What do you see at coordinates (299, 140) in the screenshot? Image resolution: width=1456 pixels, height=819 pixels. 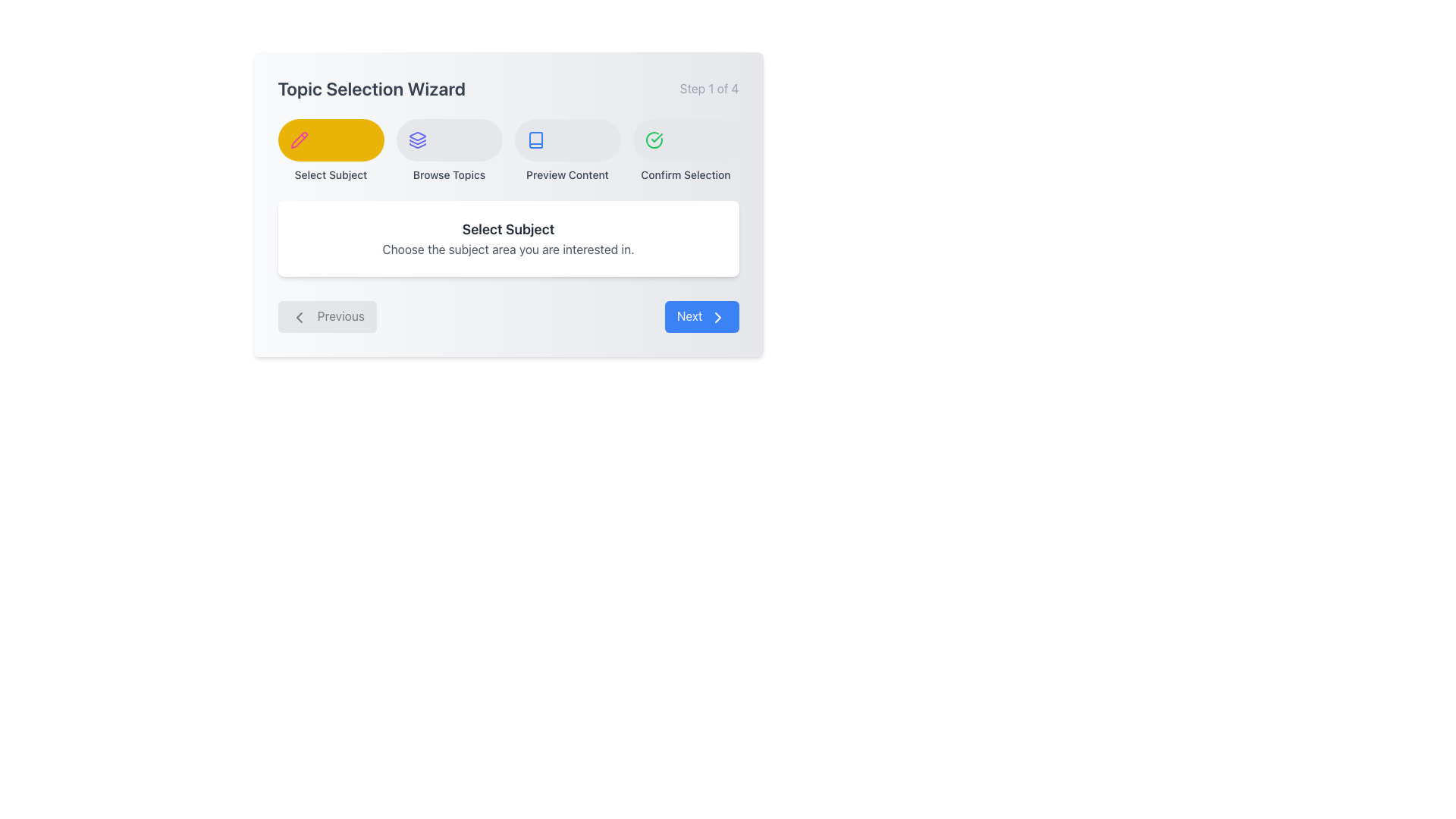 I see `the pink pencil icon within the circular yellow background located in the leftmost yellow circular button in the 'Topic Selection Wizard' interface` at bounding box center [299, 140].